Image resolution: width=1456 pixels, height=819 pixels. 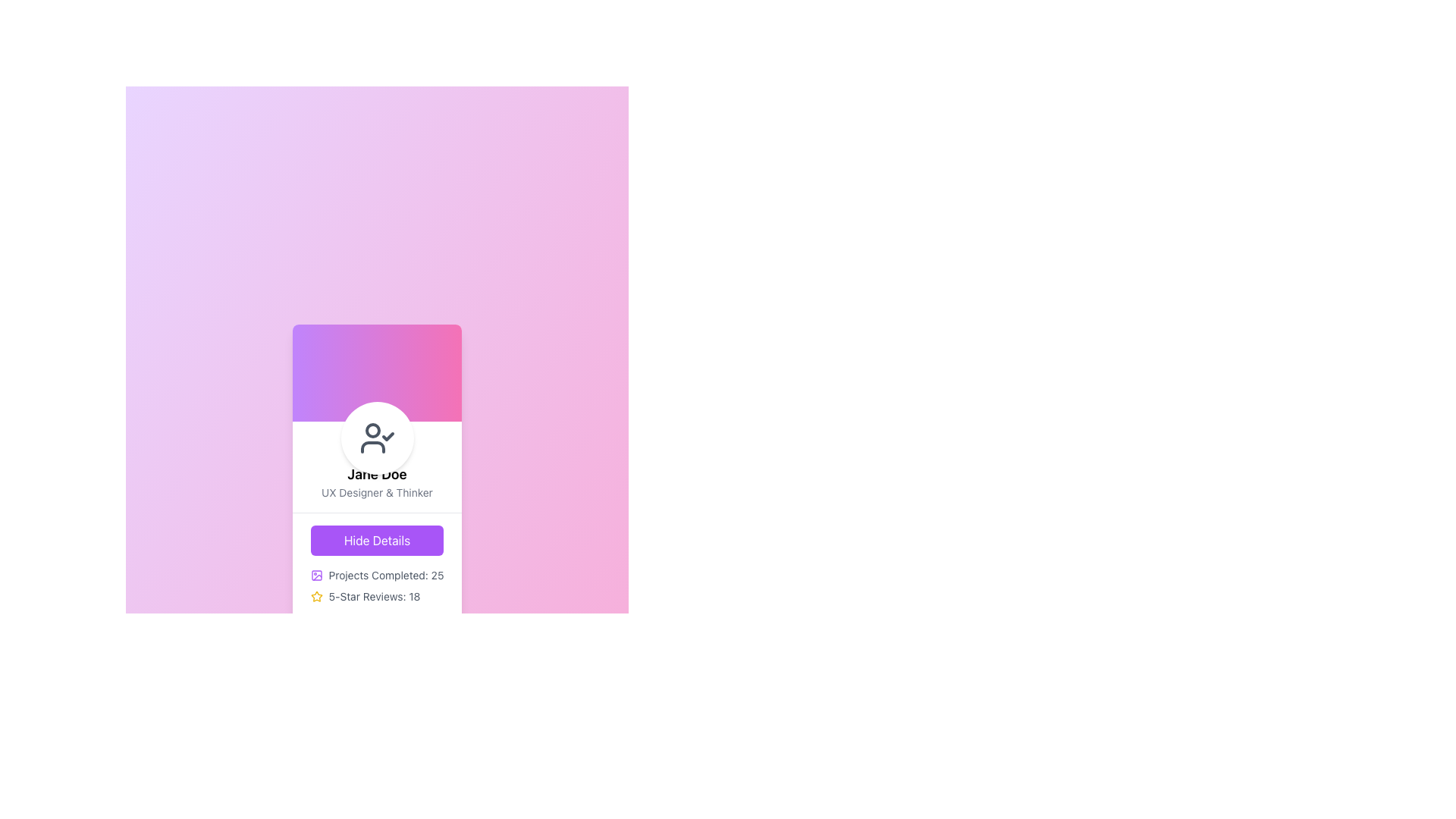 I want to click on the purple icon representing a photographic or media-related element, which is located to the left of the text 'Projects Completed: 25', so click(x=315, y=575).